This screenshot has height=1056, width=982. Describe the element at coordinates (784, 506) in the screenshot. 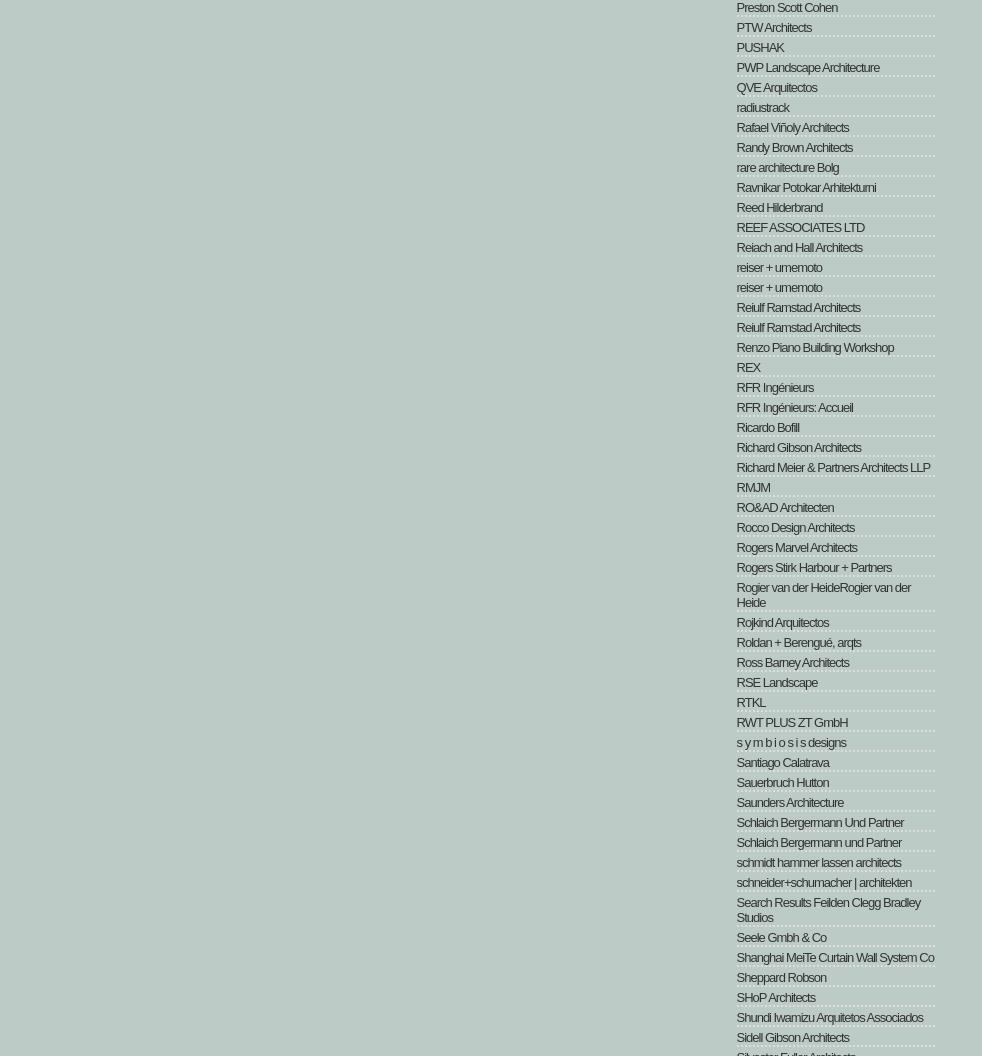

I see `'RO&AD Architecten'` at that location.